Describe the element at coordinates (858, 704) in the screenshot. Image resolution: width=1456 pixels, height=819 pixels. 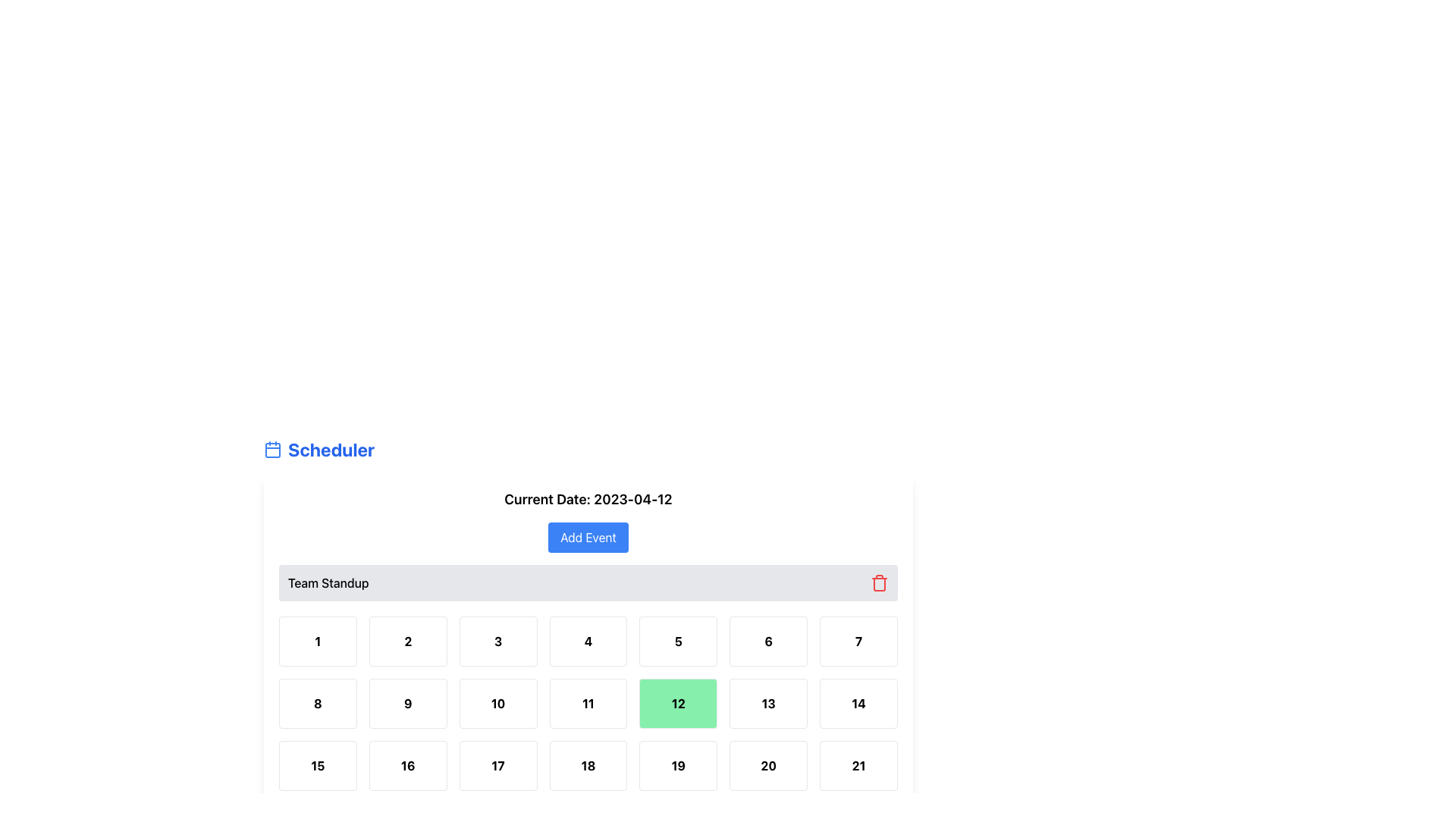
I see `the Day cell representing the 14th day in the calendar grid, located in the second row and seventh column` at that location.